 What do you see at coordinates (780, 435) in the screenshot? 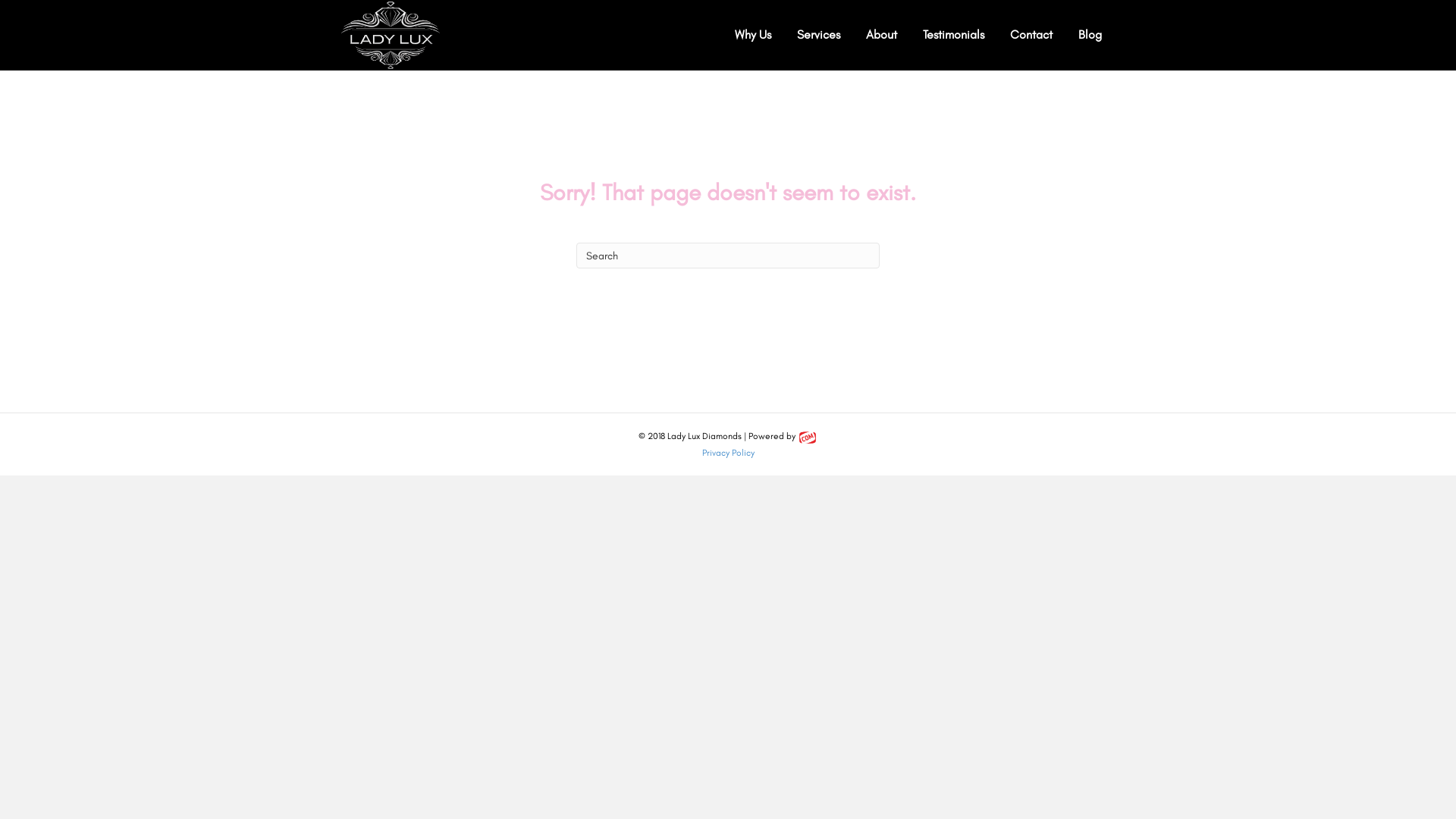
I see `'| Powered by'` at bounding box center [780, 435].